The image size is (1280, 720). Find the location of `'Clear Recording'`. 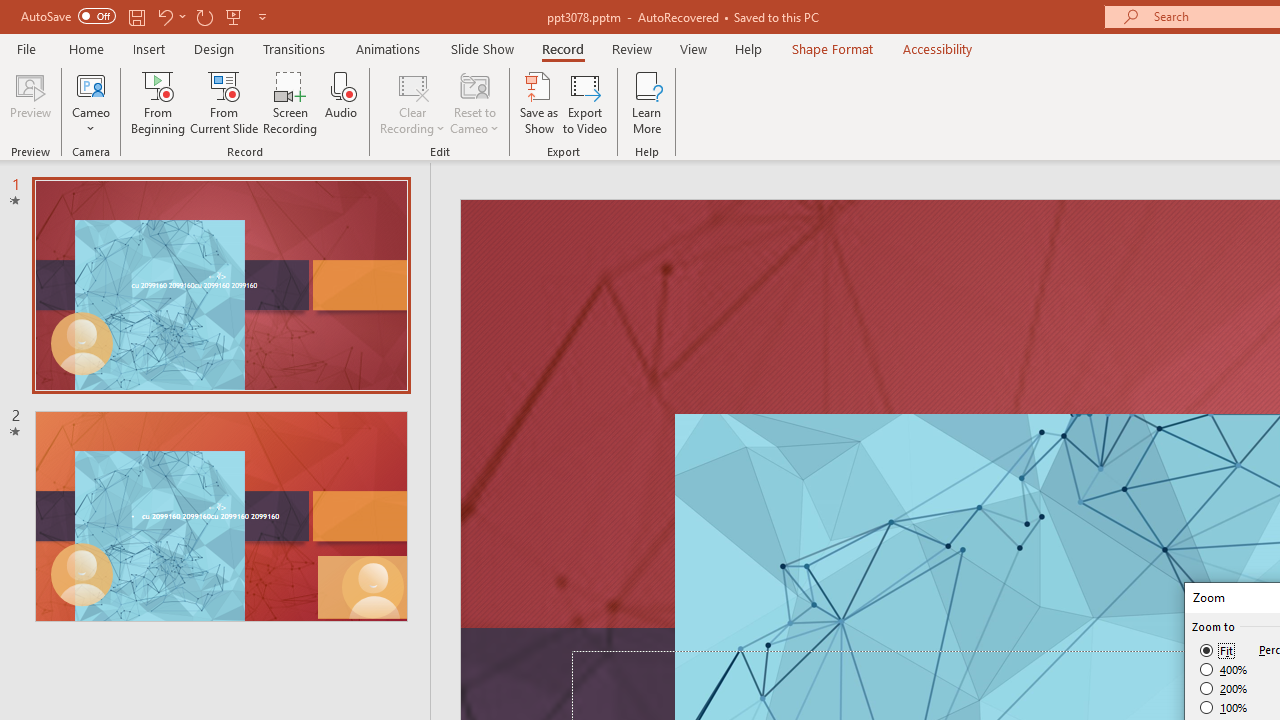

'Clear Recording' is located at coordinates (411, 103).